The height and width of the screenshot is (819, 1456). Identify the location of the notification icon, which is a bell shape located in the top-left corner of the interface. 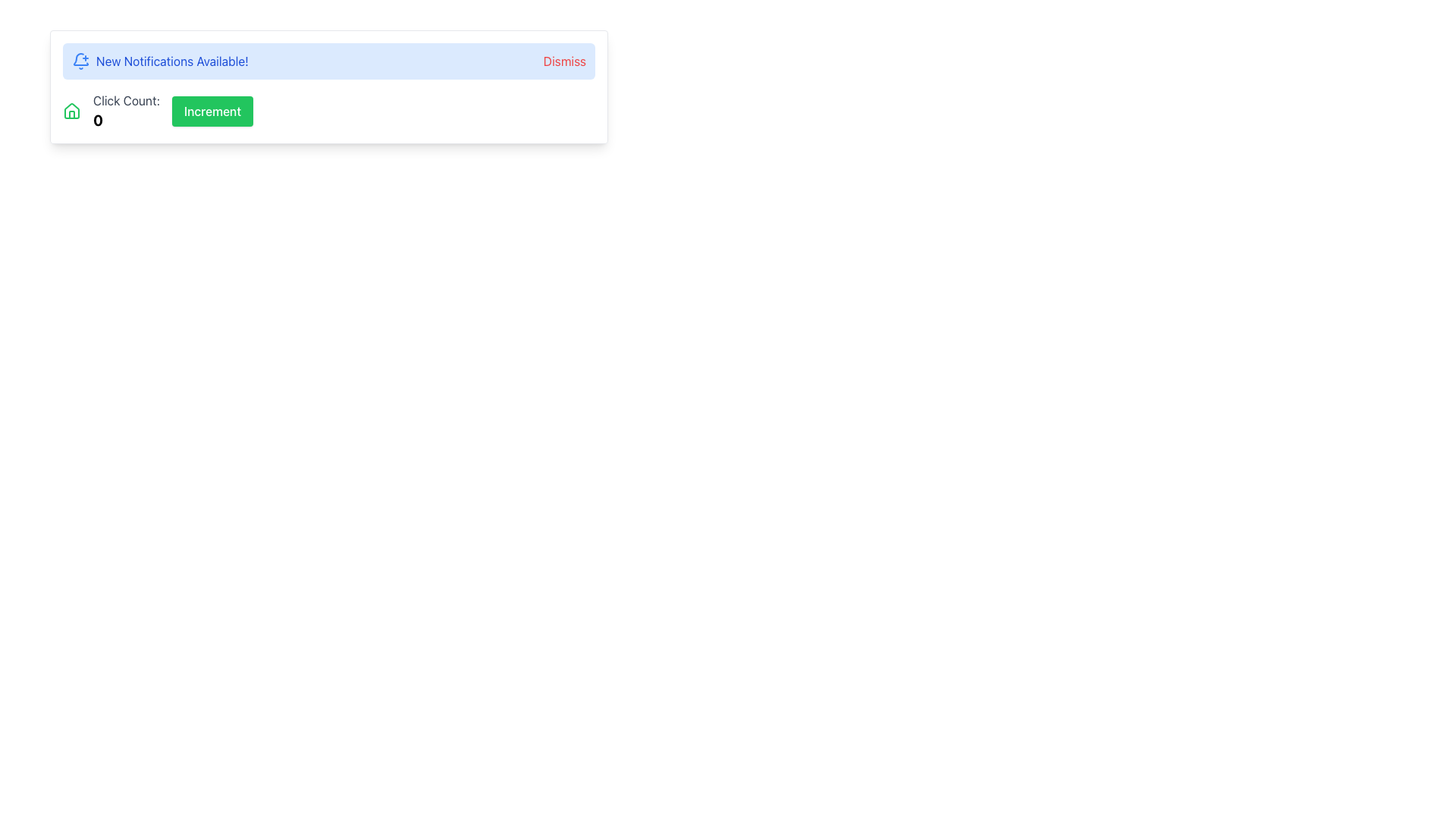
(80, 58).